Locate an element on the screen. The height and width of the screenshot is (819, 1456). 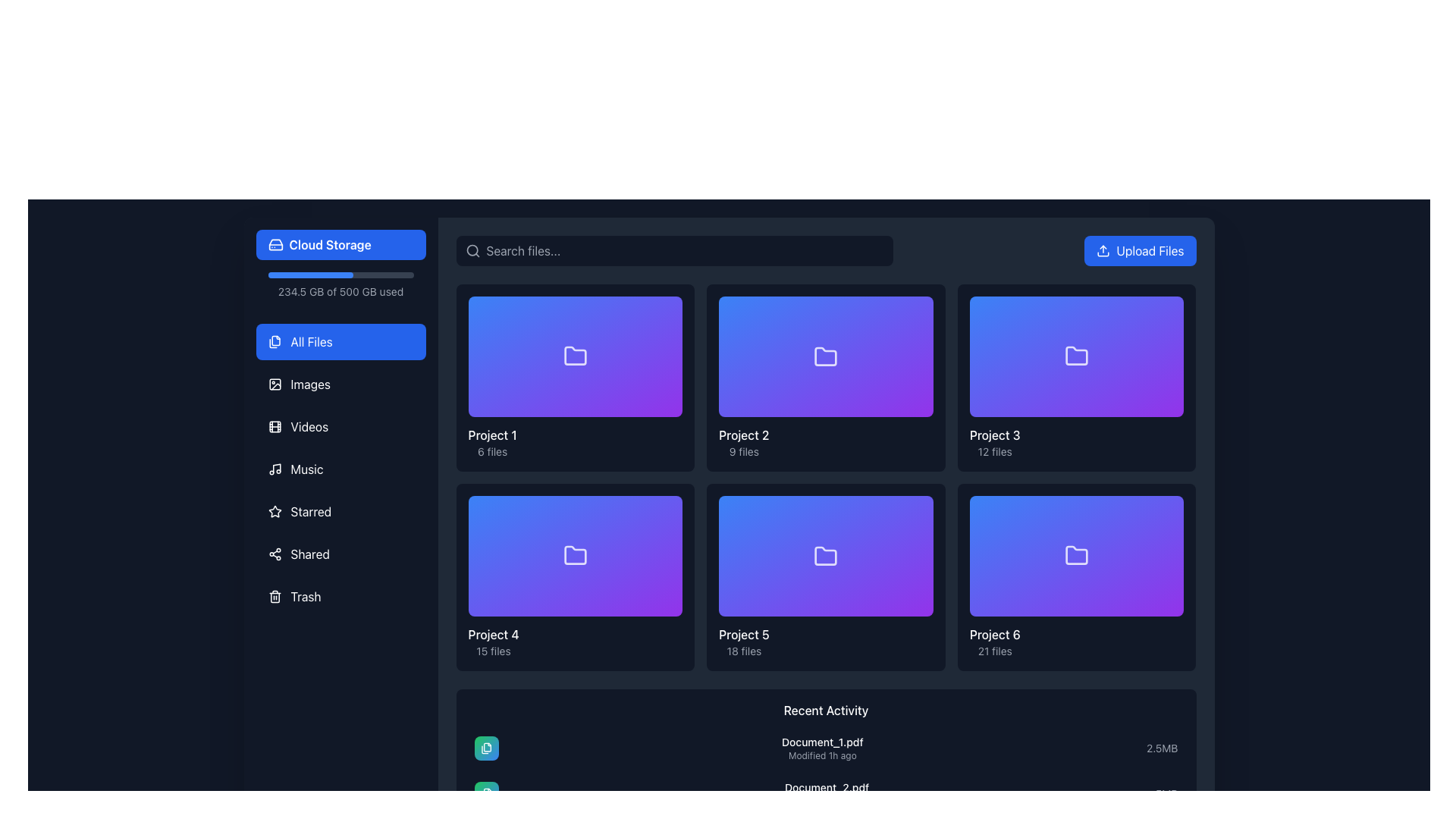
the context menu of the small hard drive icon is located at coordinates (275, 244).